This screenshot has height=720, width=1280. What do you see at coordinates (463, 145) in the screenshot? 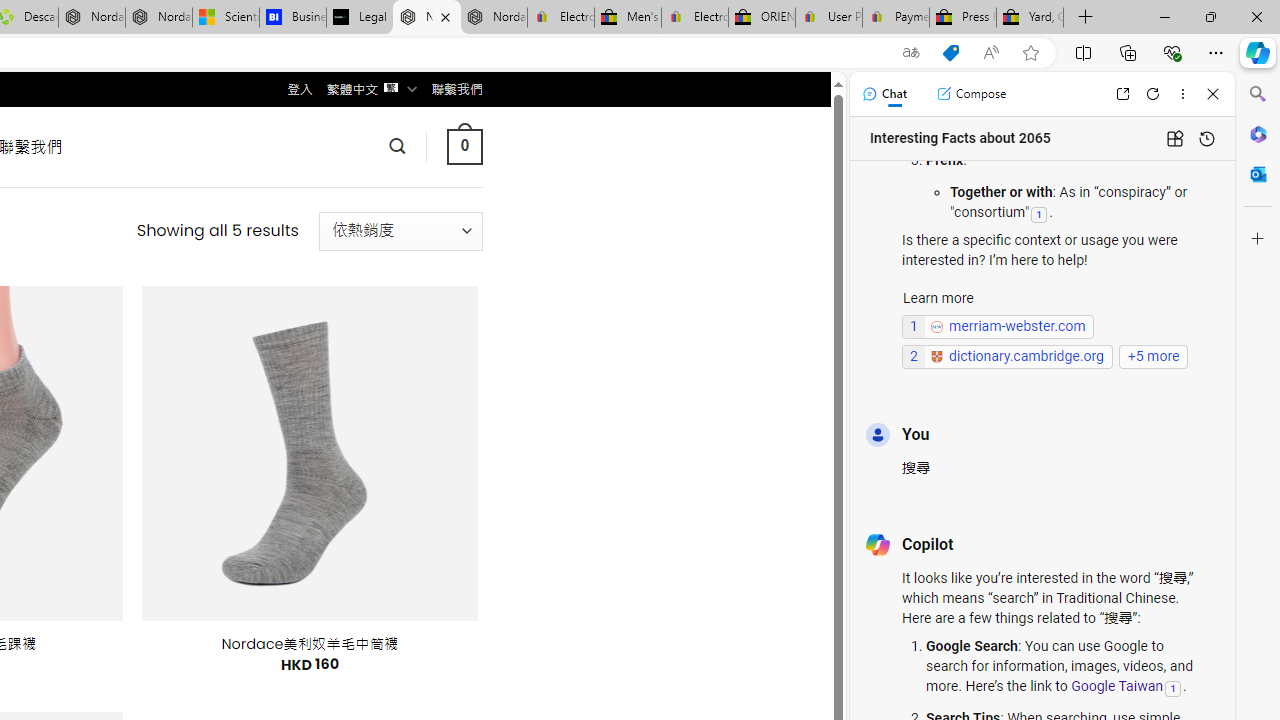
I see `'  0  '` at bounding box center [463, 145].